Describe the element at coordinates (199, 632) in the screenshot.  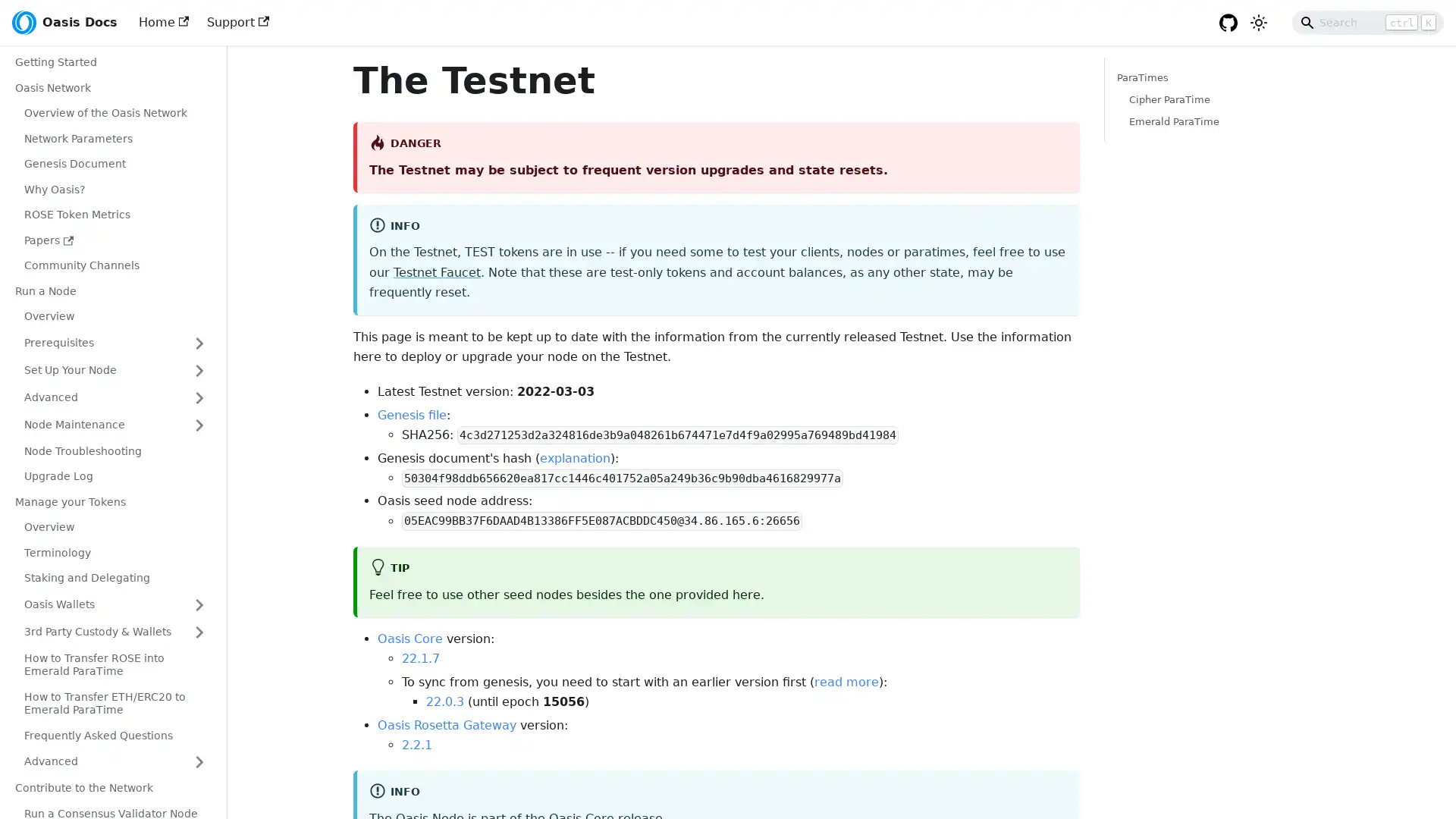
I see `Toggle the collapsible sidebar category '3rd Party Custody & Wallets'` at that location.